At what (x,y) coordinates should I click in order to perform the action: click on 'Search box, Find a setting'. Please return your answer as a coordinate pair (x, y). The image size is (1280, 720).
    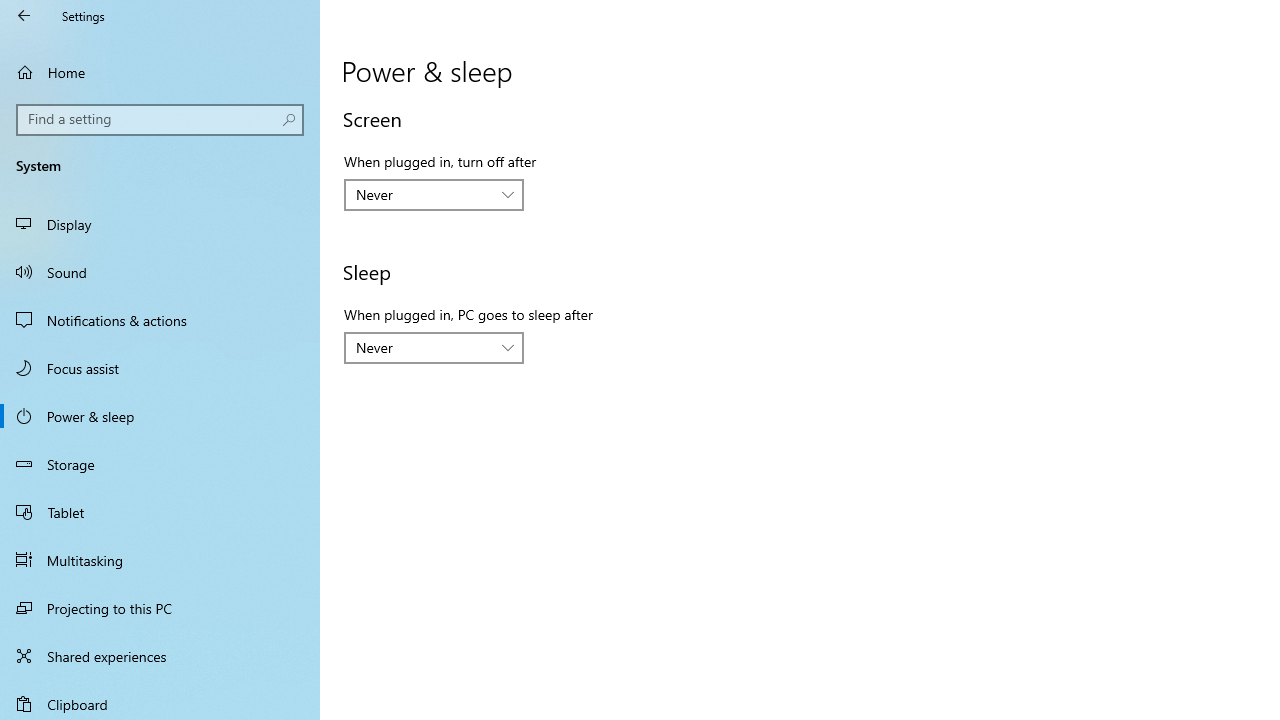
    Looking at the image, I should click on (160, 119).